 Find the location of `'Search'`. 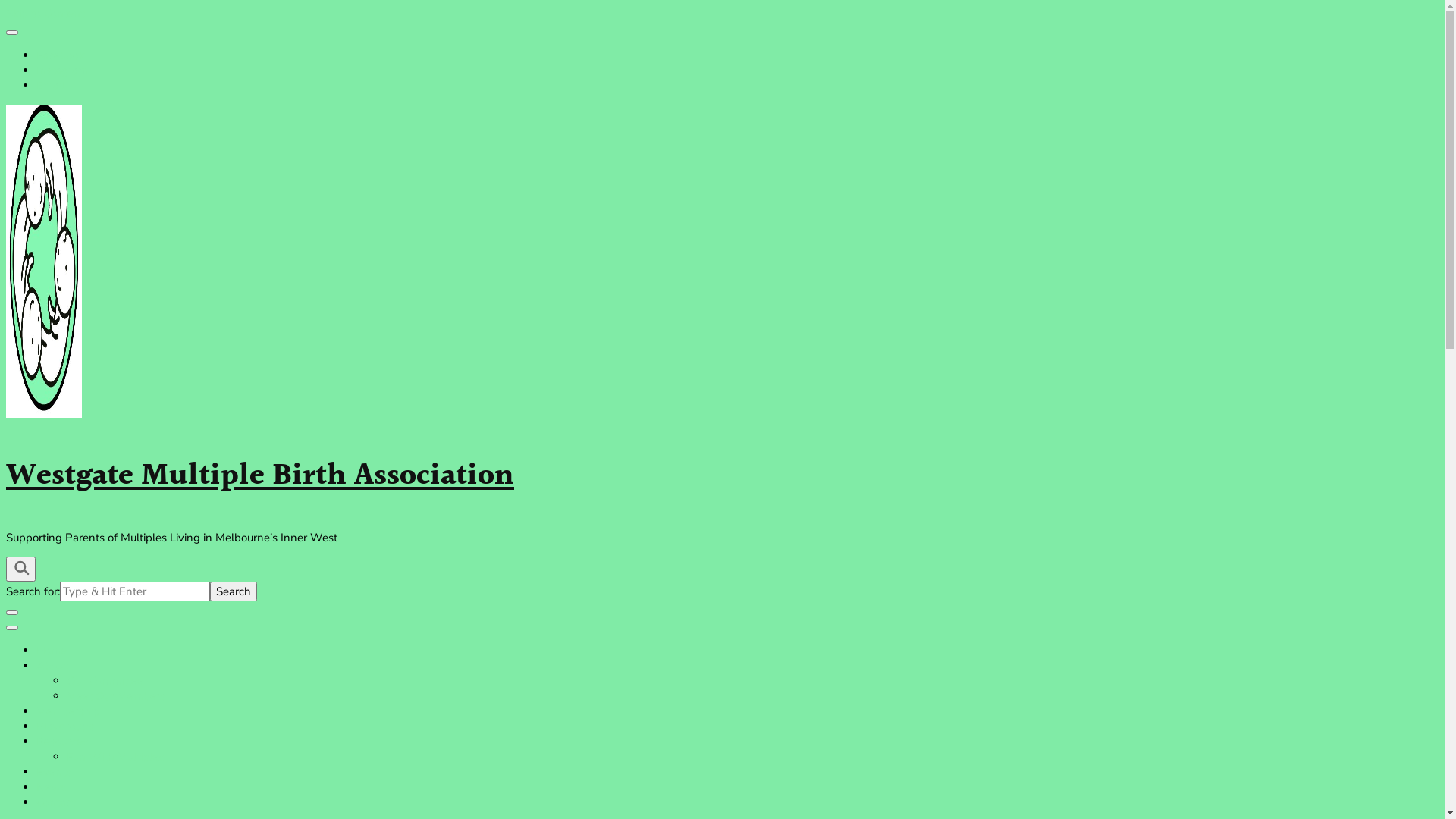

'Search' is located at coordinates (232, 590).